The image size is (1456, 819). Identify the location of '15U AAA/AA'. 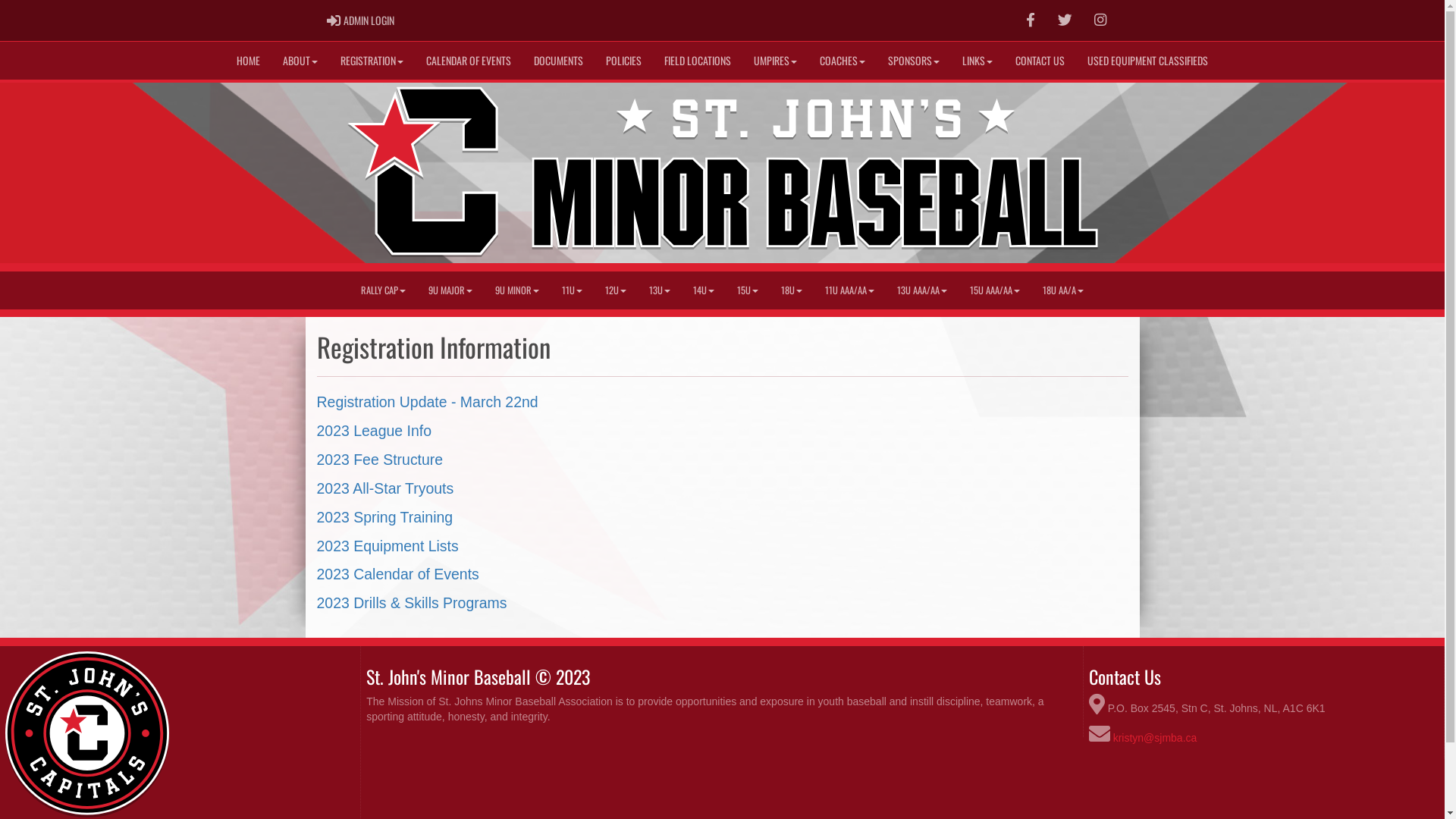
(957, 290).